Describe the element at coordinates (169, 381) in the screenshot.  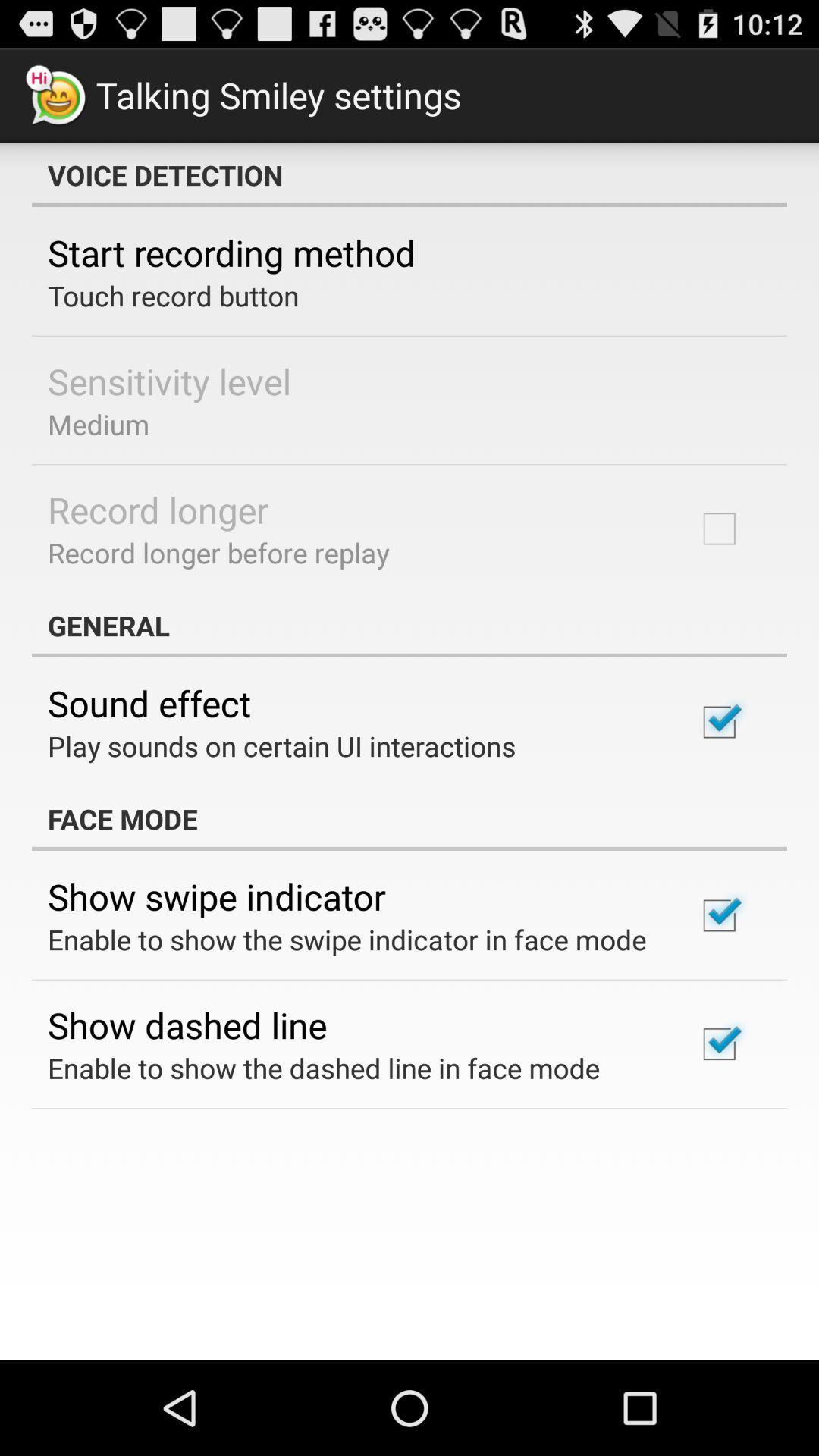
I see `sensitivity level icon` at that location.